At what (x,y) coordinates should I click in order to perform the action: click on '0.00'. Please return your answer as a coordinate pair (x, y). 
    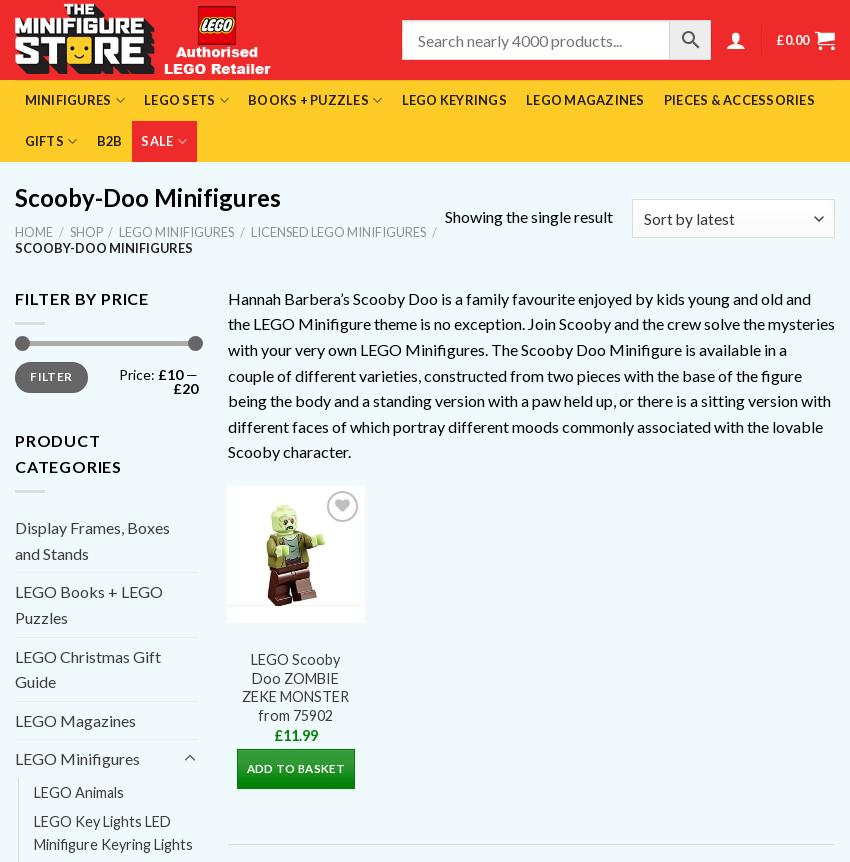
    Looking at the image, I should click on (783, 38).